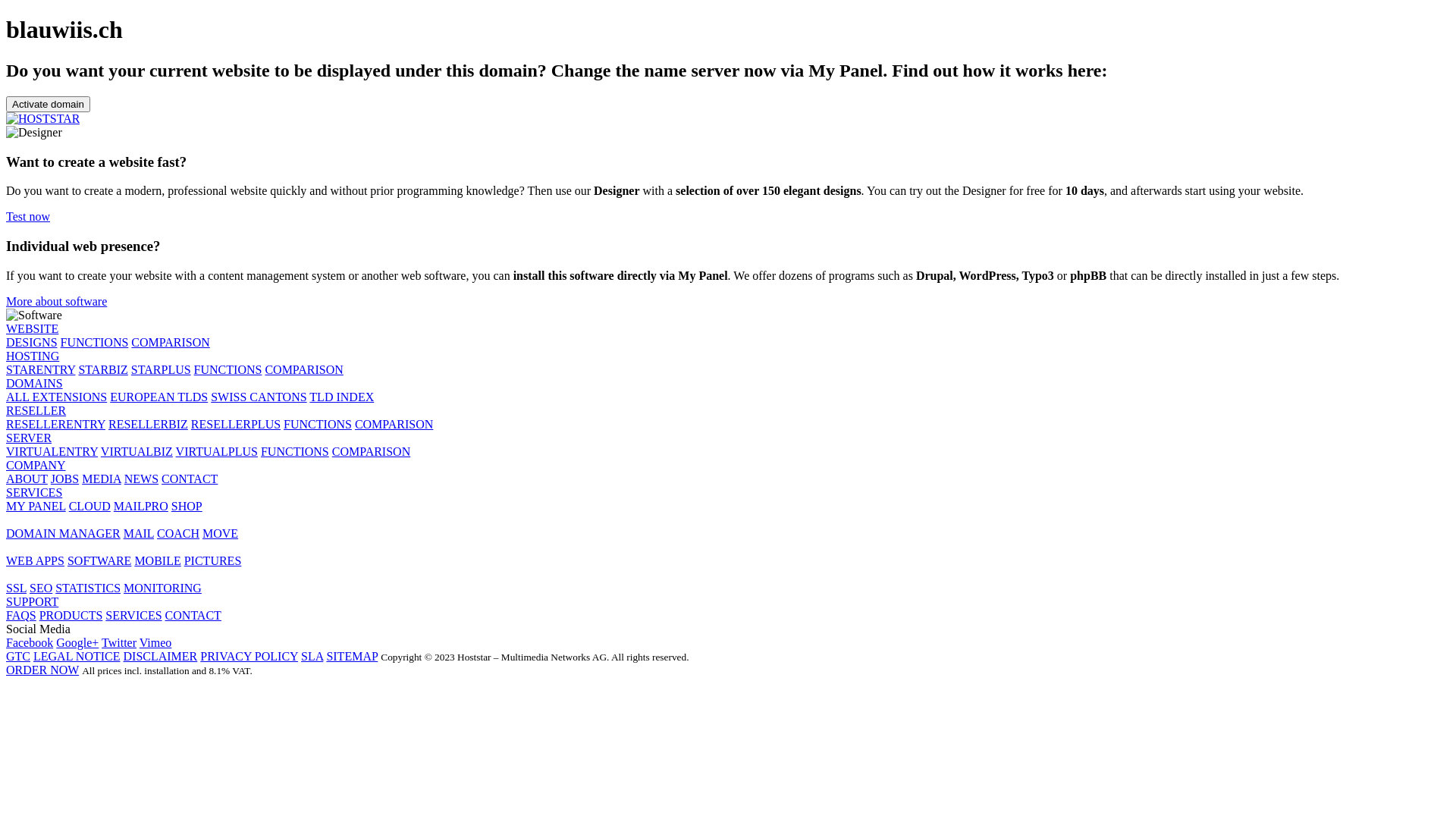 The width and height of the screenshot is (1456, 819). I want to click on 'WEB APPS', so click(35, 560).